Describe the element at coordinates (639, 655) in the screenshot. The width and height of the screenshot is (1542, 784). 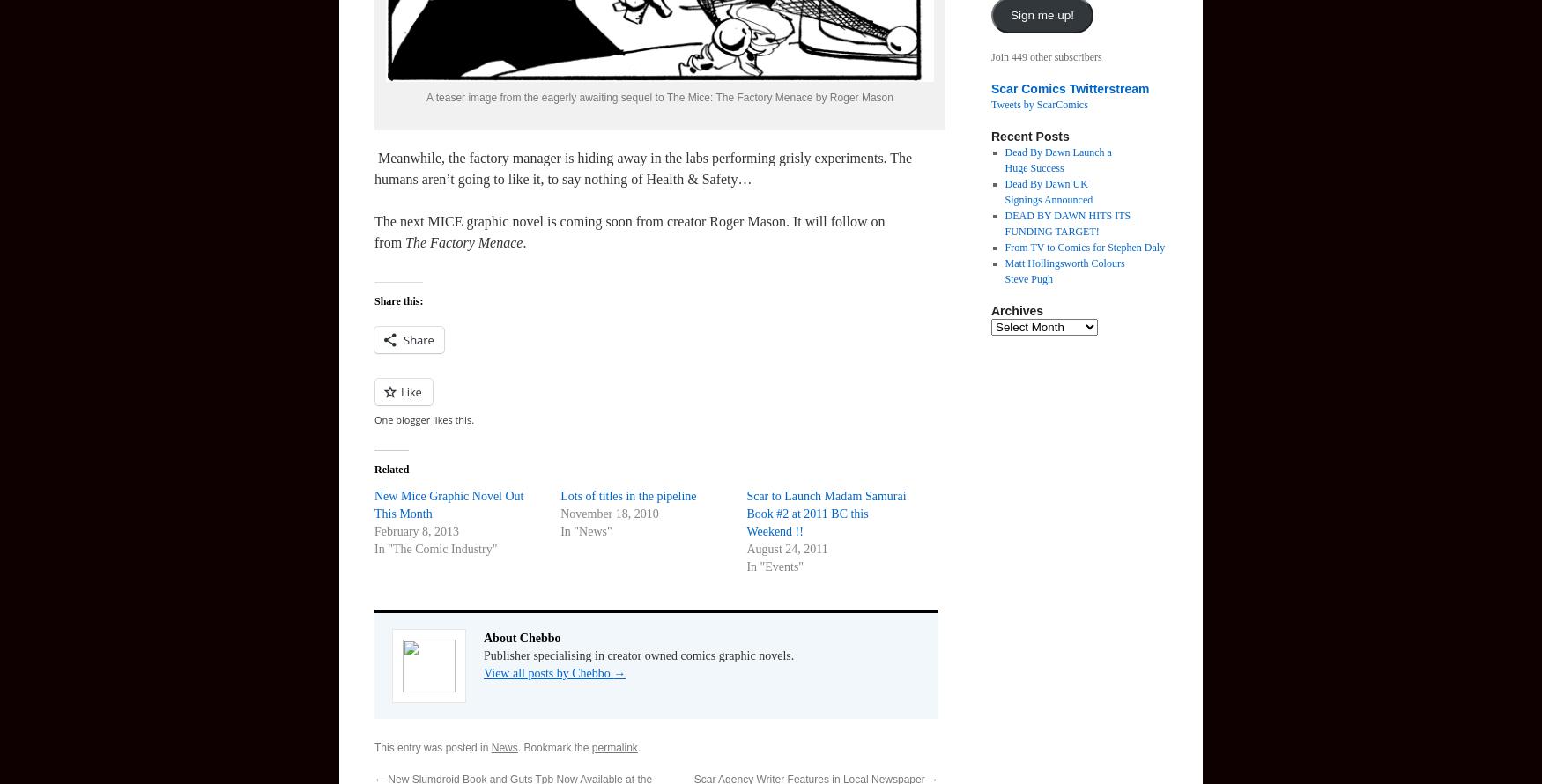
I see `'Publisher specialising in creator owned comics graphic novels.'` at that location.